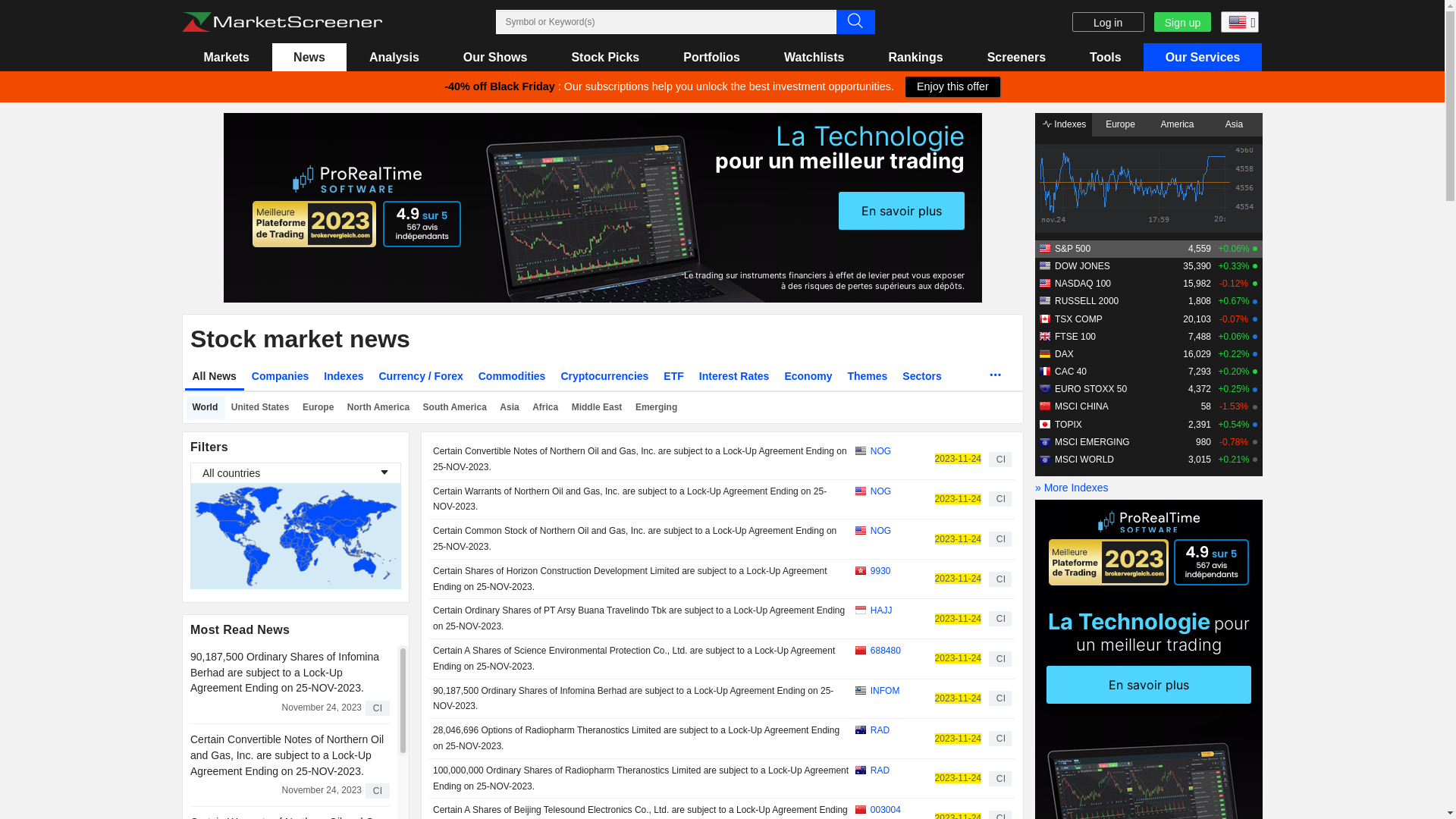  Describe the element at coordinates (1074, 335) in the screenshot. I see `'FTSE 100'` at that location.